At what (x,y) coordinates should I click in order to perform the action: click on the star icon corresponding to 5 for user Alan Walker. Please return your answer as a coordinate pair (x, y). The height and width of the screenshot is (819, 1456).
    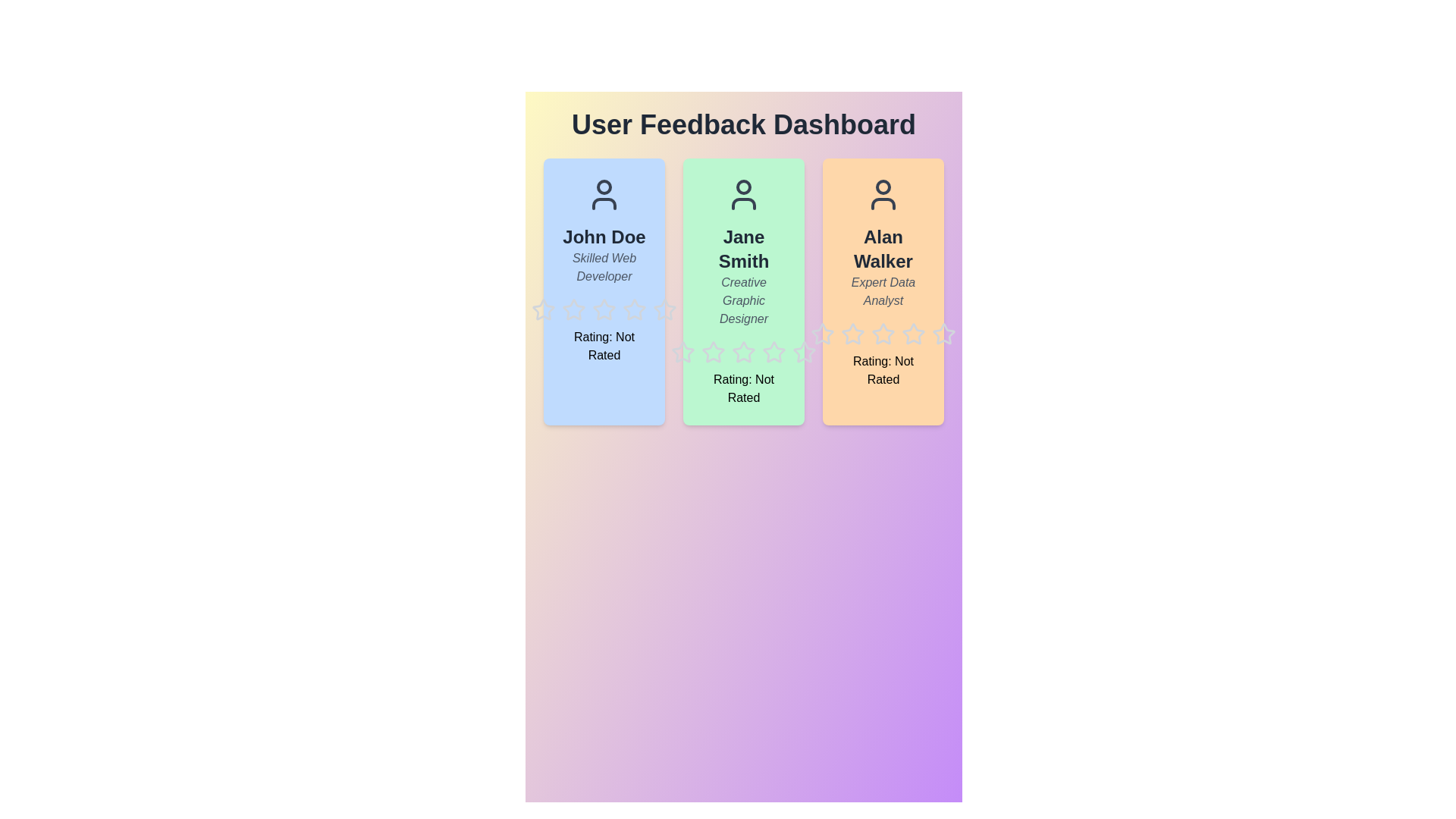
    Looking at the image, I should click on (930, 321).